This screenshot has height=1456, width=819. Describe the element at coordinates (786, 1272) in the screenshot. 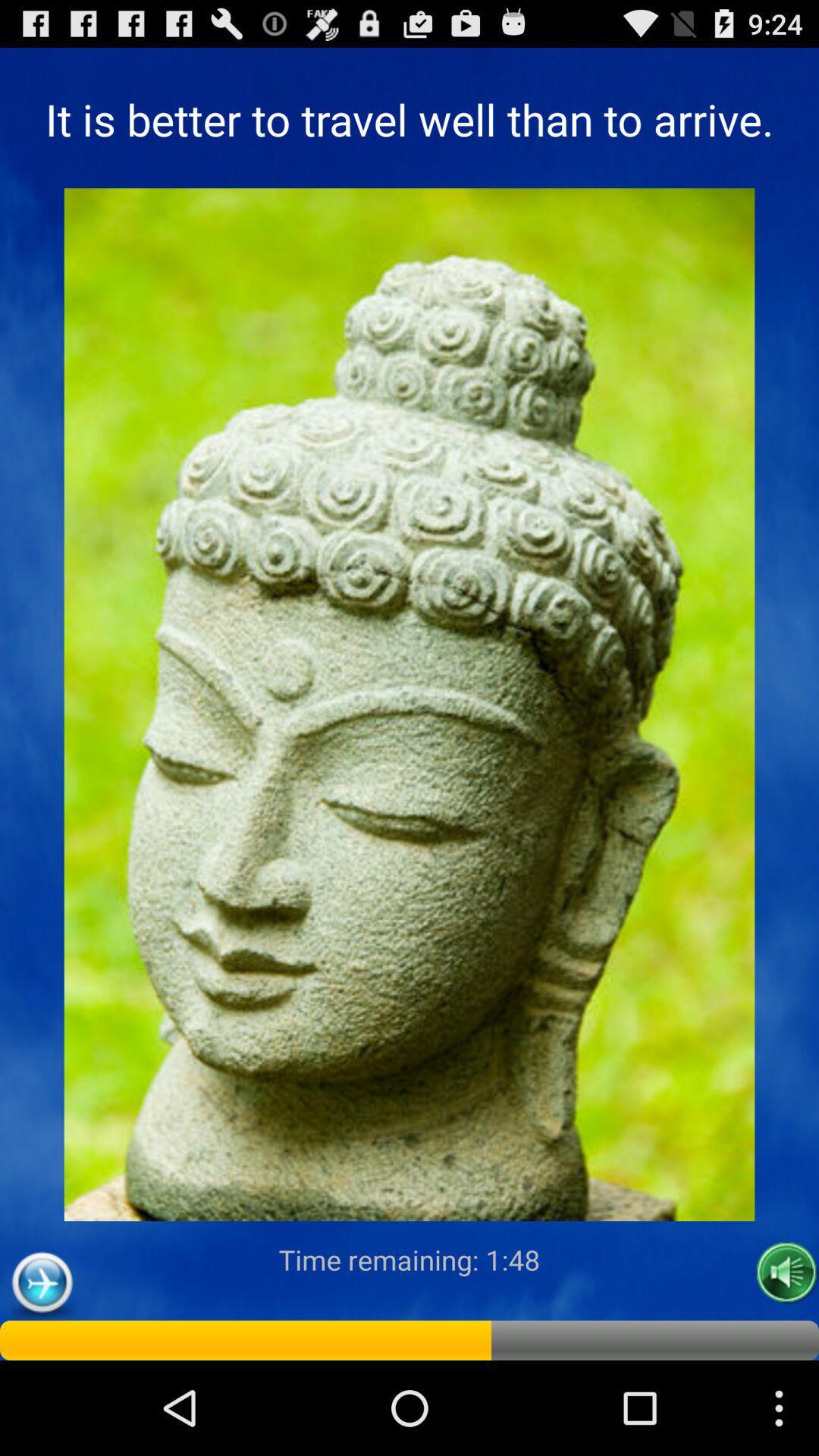

I see `icon at the bottom right corner` at that location.